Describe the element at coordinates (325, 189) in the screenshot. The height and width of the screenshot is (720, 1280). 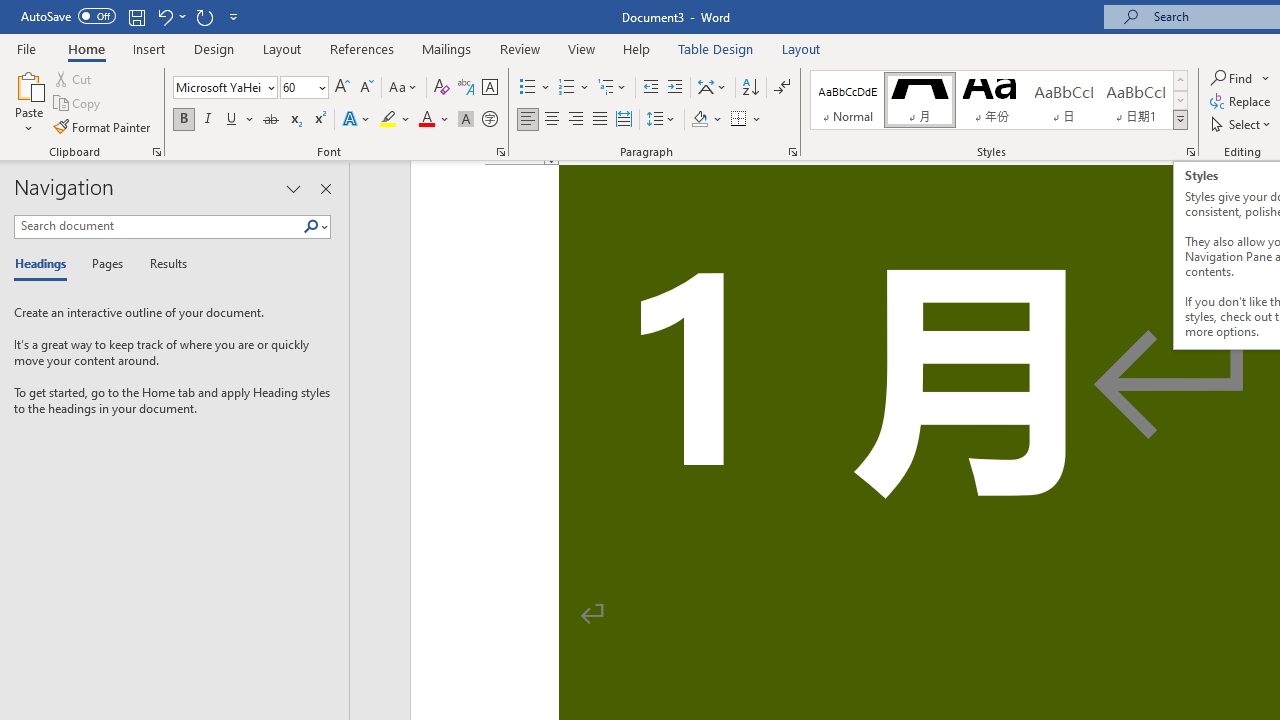
I see `'Close pane'` at that location.